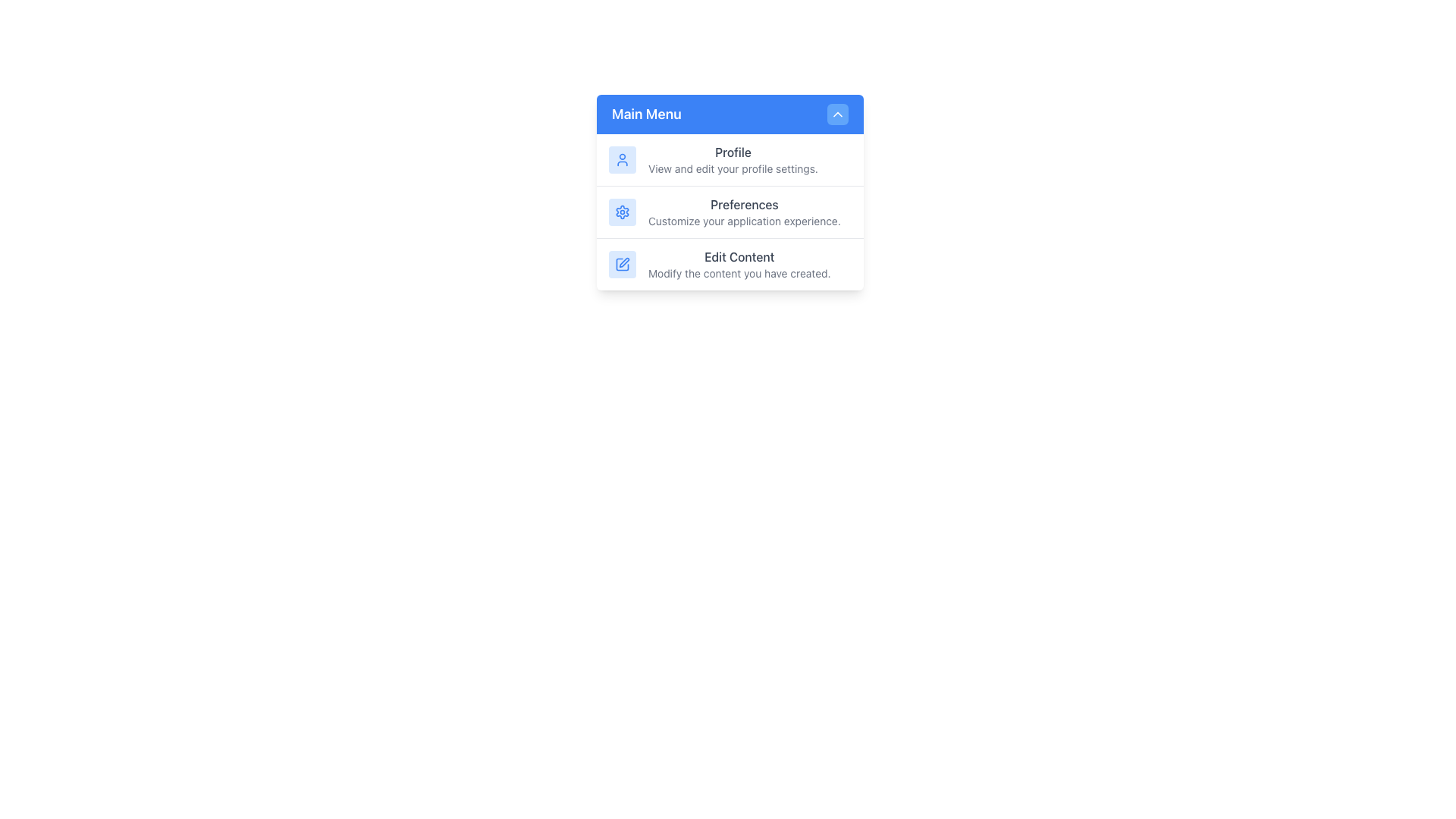 This screenshot has height=819, width=1456. I want to click on the gear-like icon with a blue outline in the 'Preferences' section of the menu, so click(622, 212).